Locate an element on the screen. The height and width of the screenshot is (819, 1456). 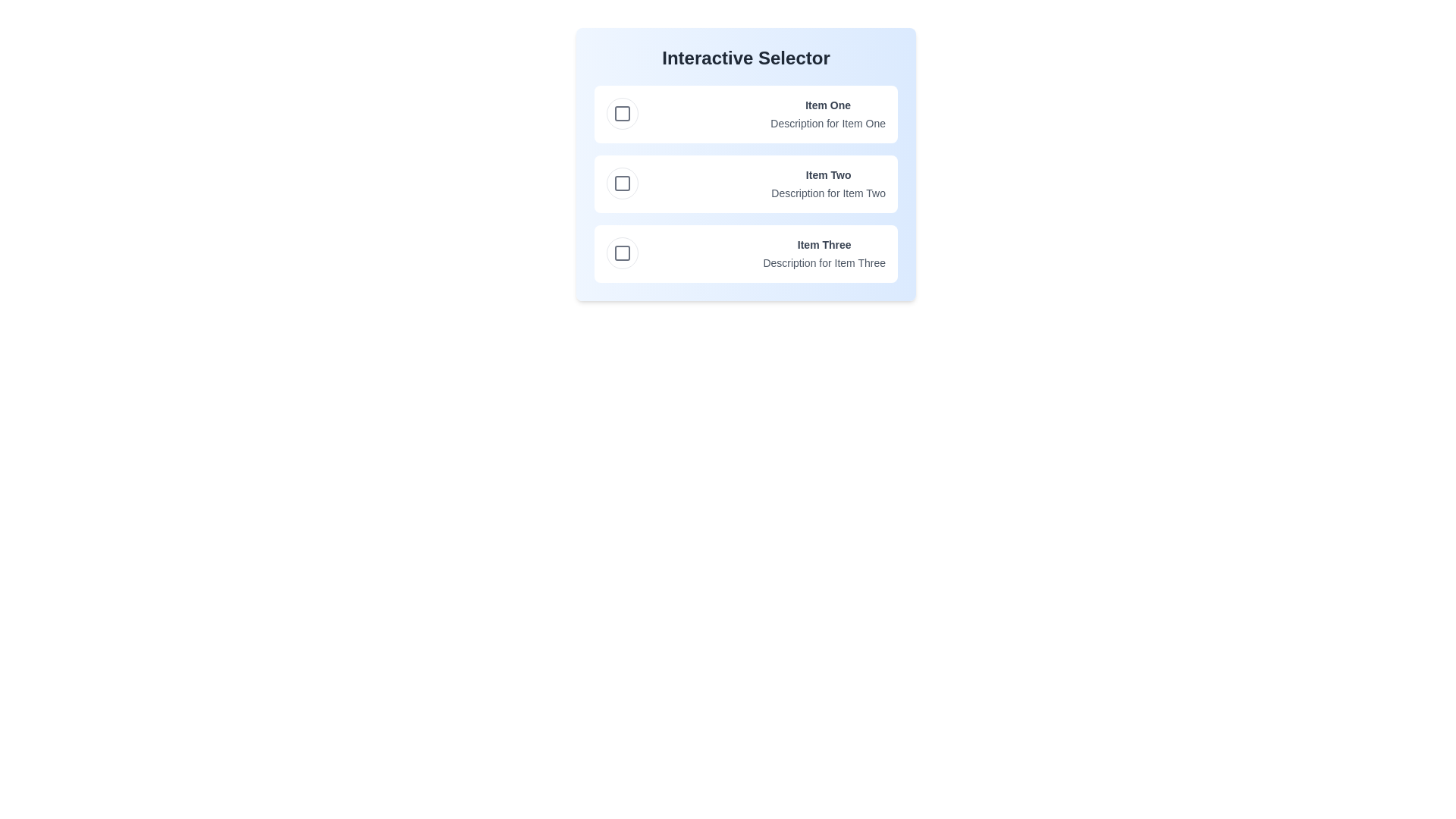
the first square selectable icon (checkbox-style) located on the left side of the row labeled 'Item One' is located at coordinates (622, 113).